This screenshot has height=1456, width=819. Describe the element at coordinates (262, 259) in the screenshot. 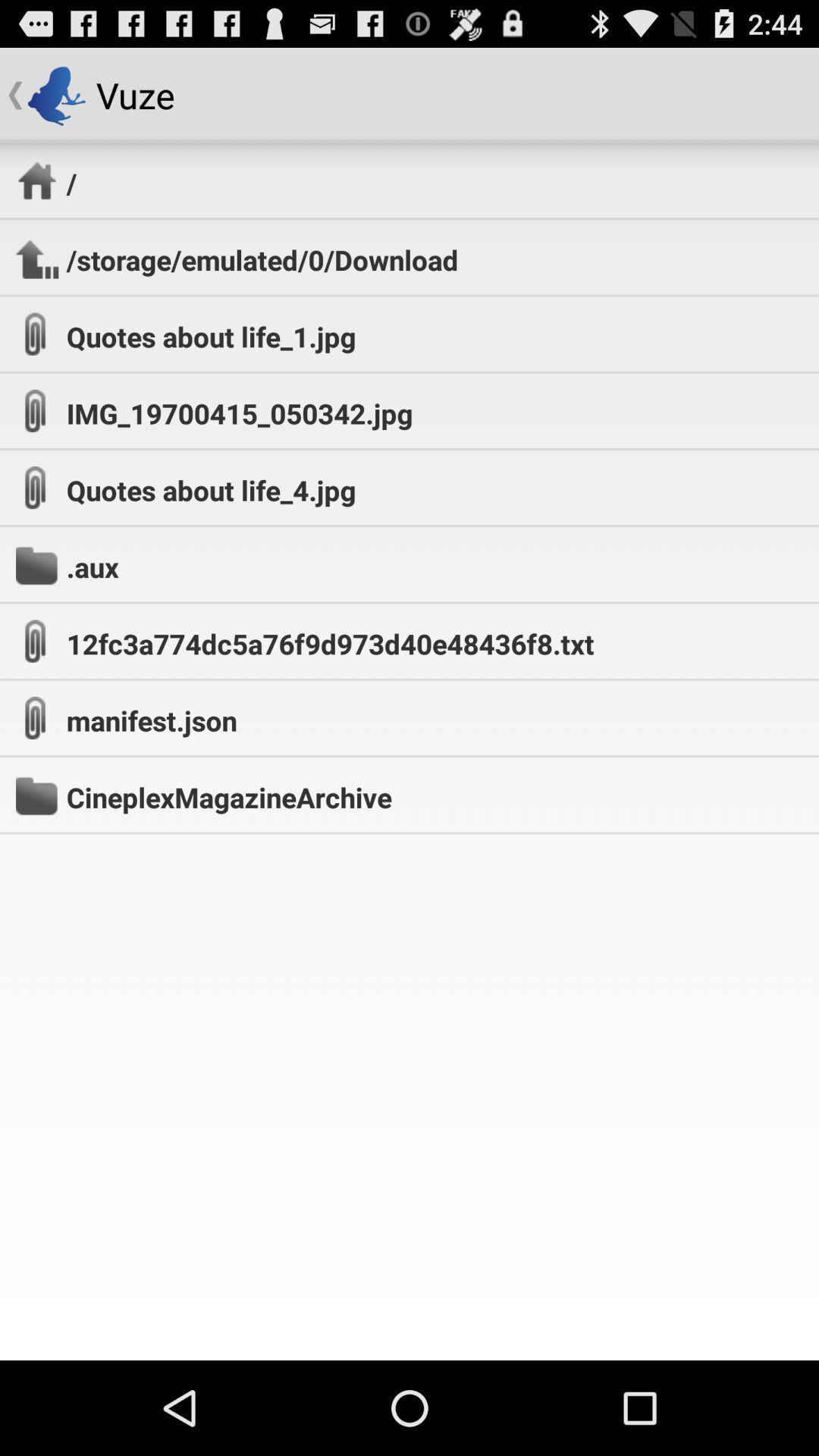

I see `storage emulated 0 icon` at that location.